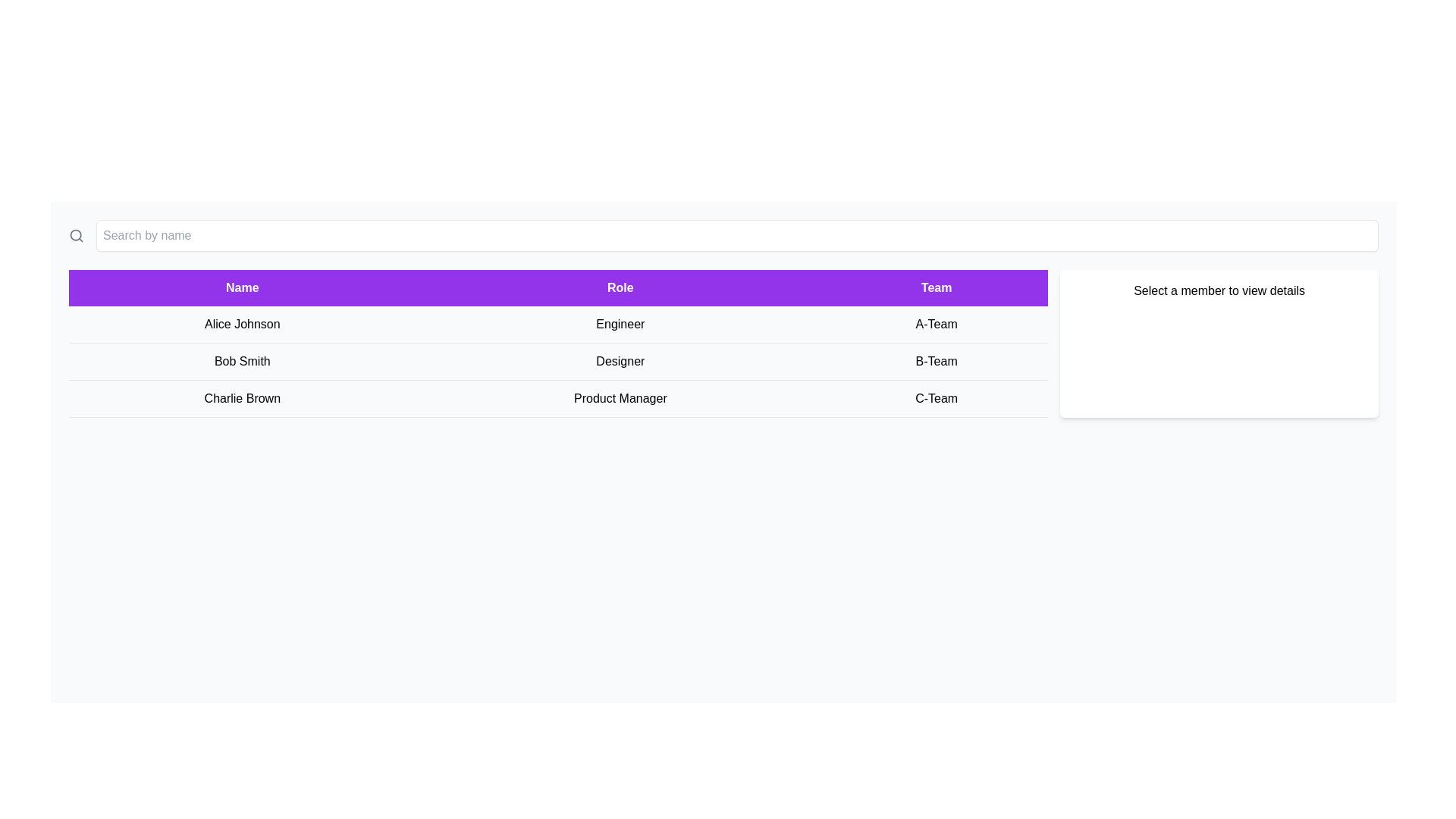 The image size is (1456, 819). Describe the element at coordinates (241, 324) in the screenshot. I see `on the text label displaying 'Alice Johnson' located in the first column of the table beneath the 'Name' header` at that location.